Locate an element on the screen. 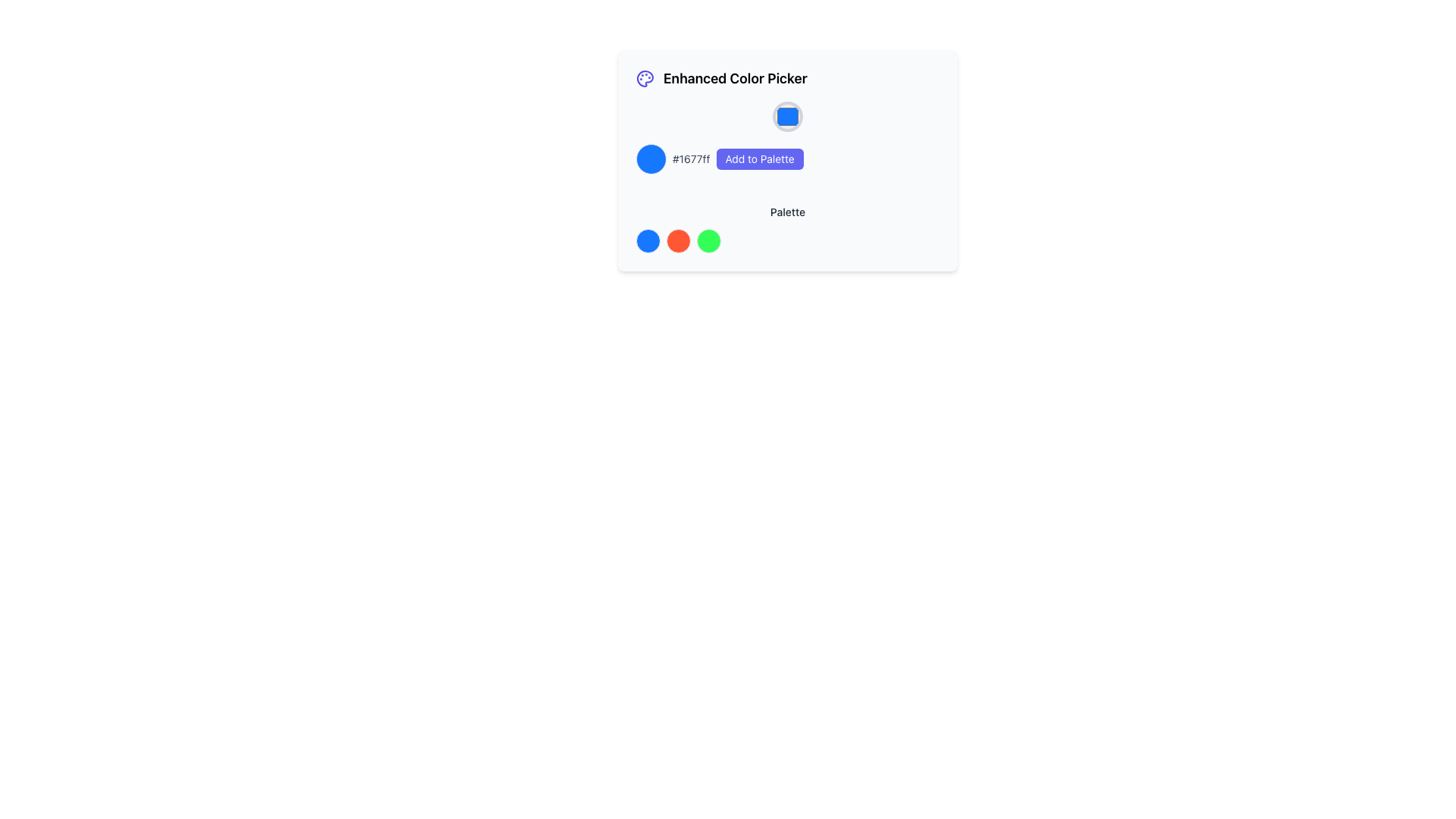 The width and height of the screenshot is (1456, 819). the second color selection button for red (#ff5733) located in the bottom part of the interface is located at coordinates (677, 240).